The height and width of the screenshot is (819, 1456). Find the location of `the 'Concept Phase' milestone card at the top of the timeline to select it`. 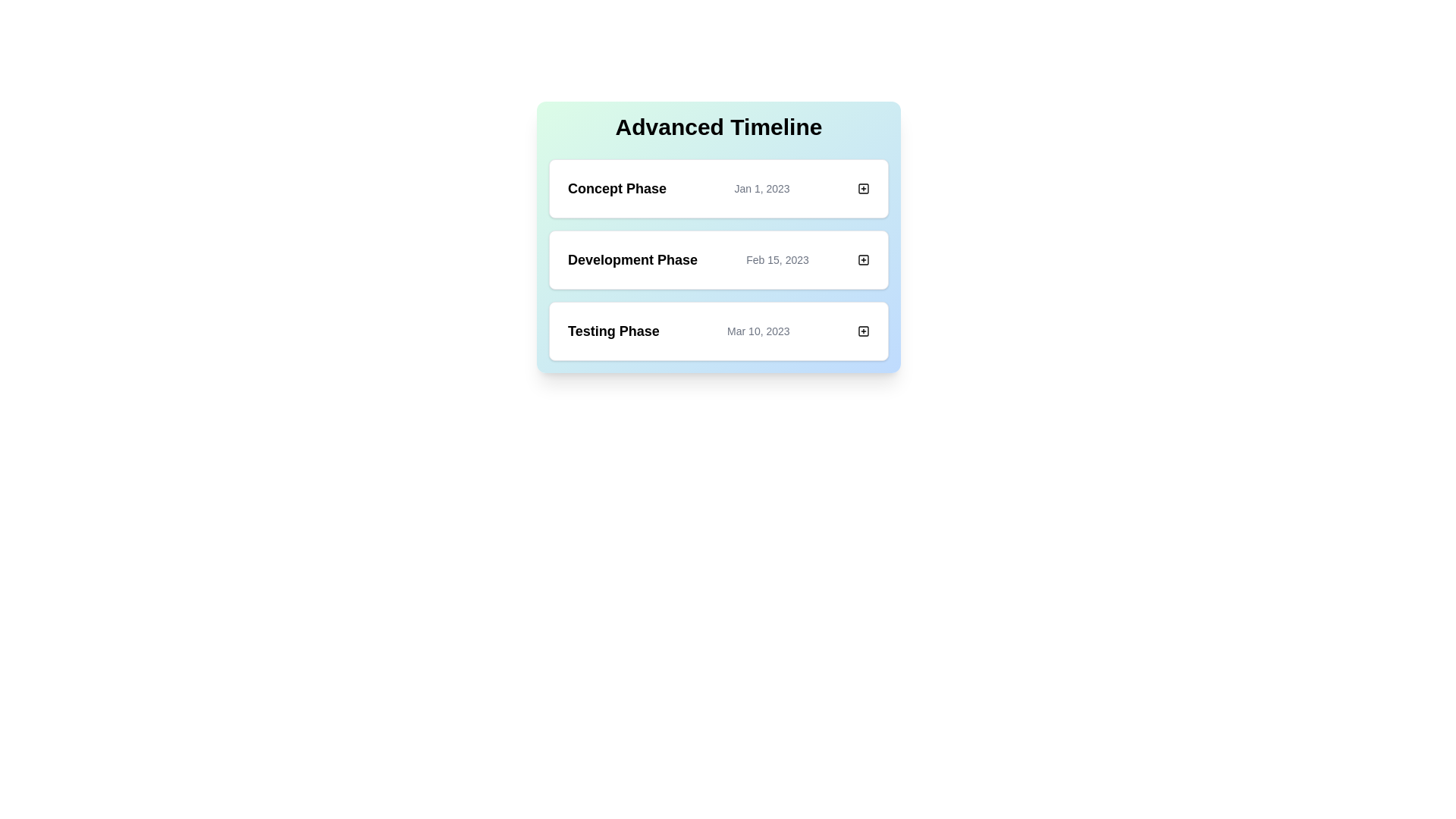

the 'Concept Phase' milestone card at the top of the timeline to select it is located at coordinates (718, 188).